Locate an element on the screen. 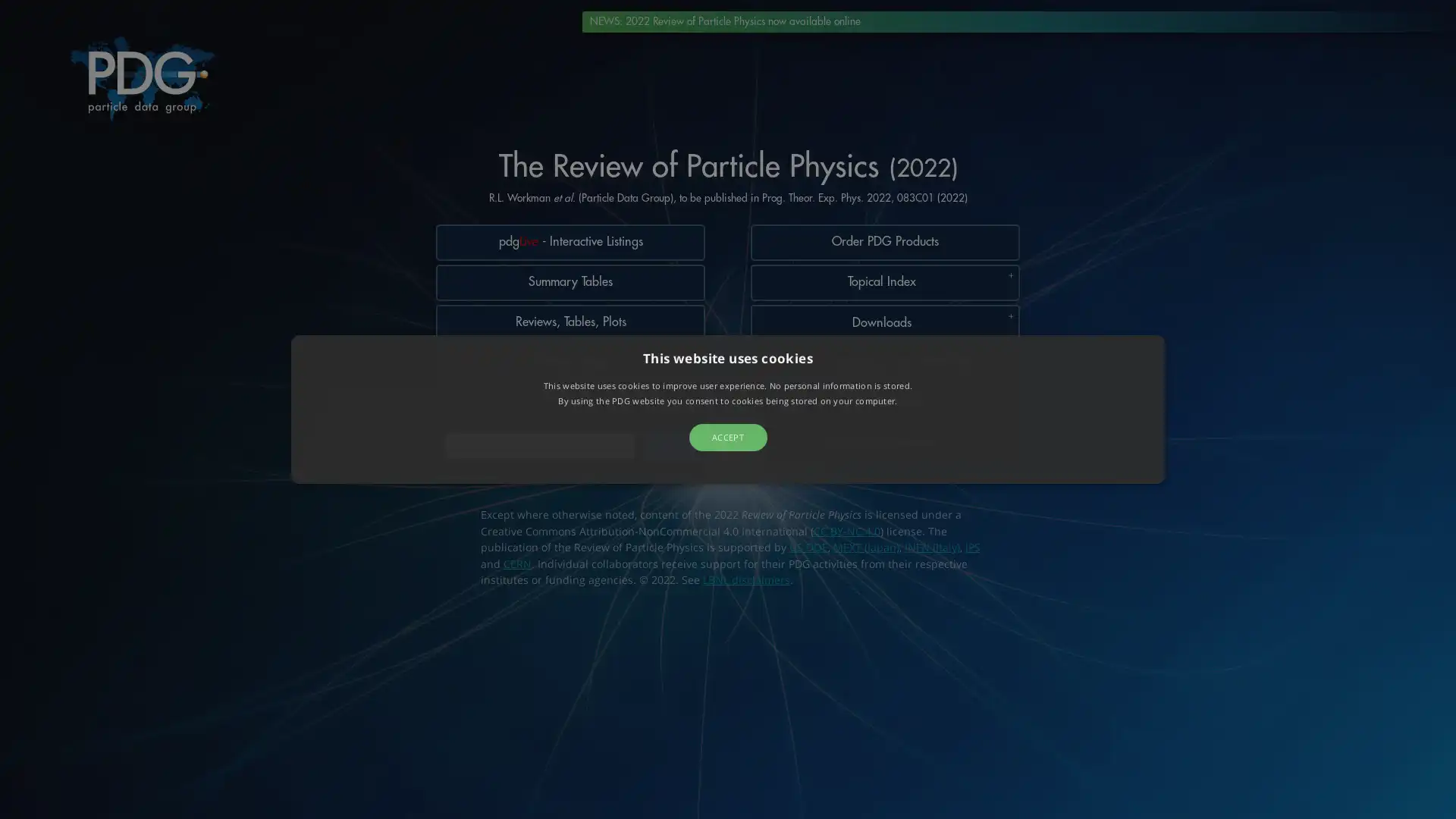 The height and width of the screenshot is (819, 1456). Non-PDG Resources + is located at coordinates (884, 460).